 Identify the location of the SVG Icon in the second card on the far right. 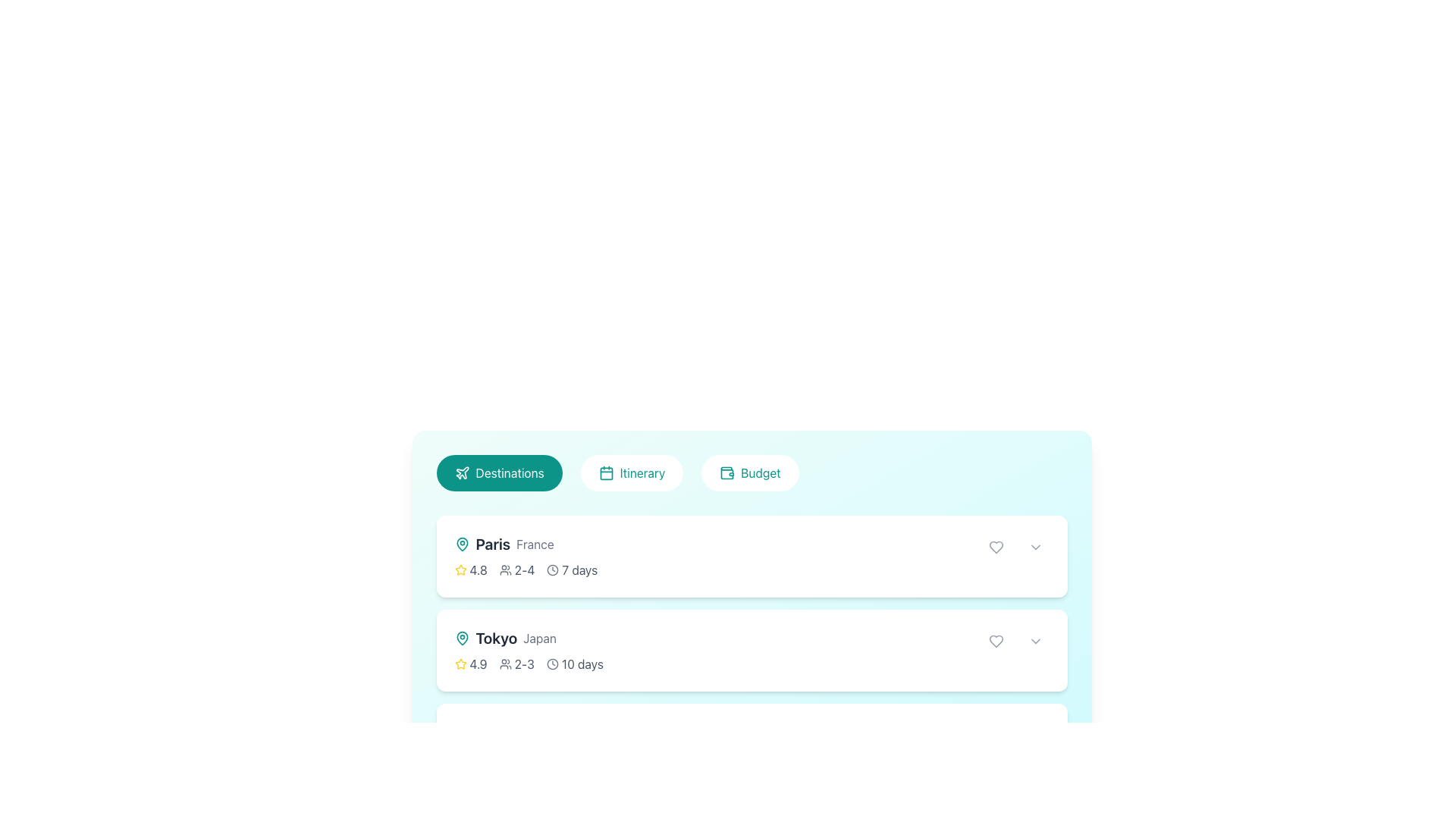
(1034, 641).